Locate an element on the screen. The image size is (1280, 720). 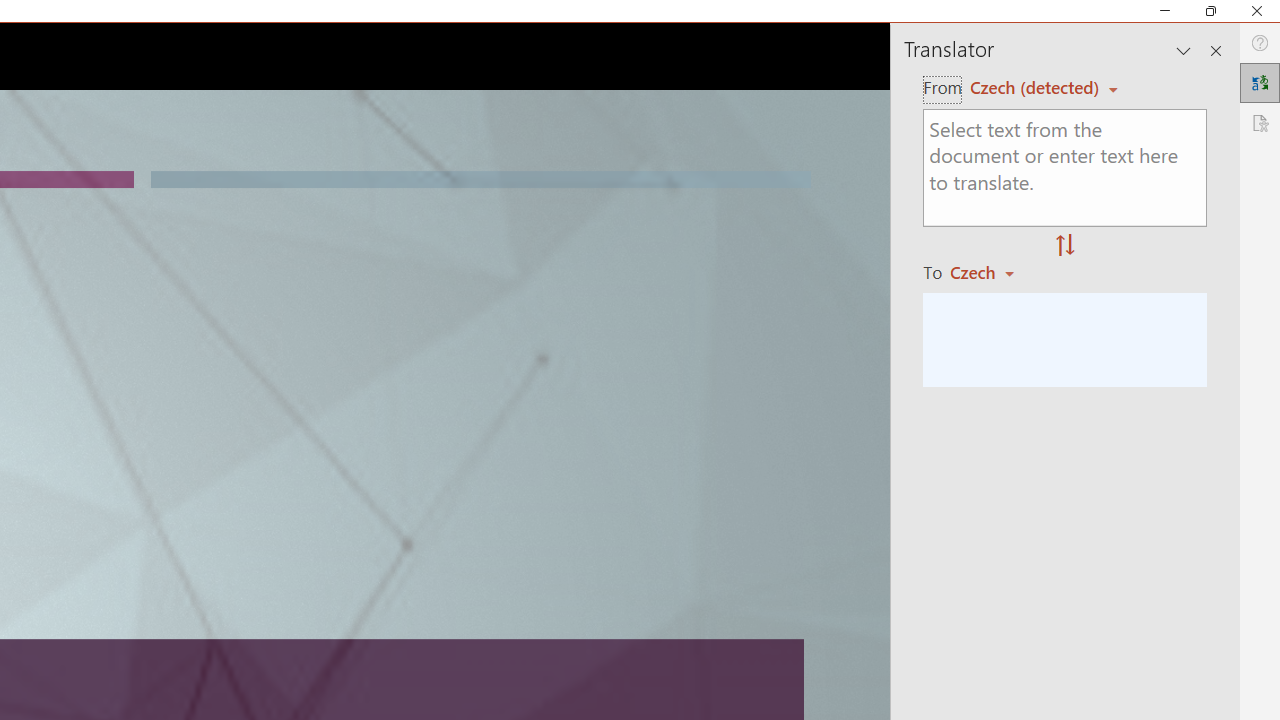
'Czech' is located at coordinates (991, 272).